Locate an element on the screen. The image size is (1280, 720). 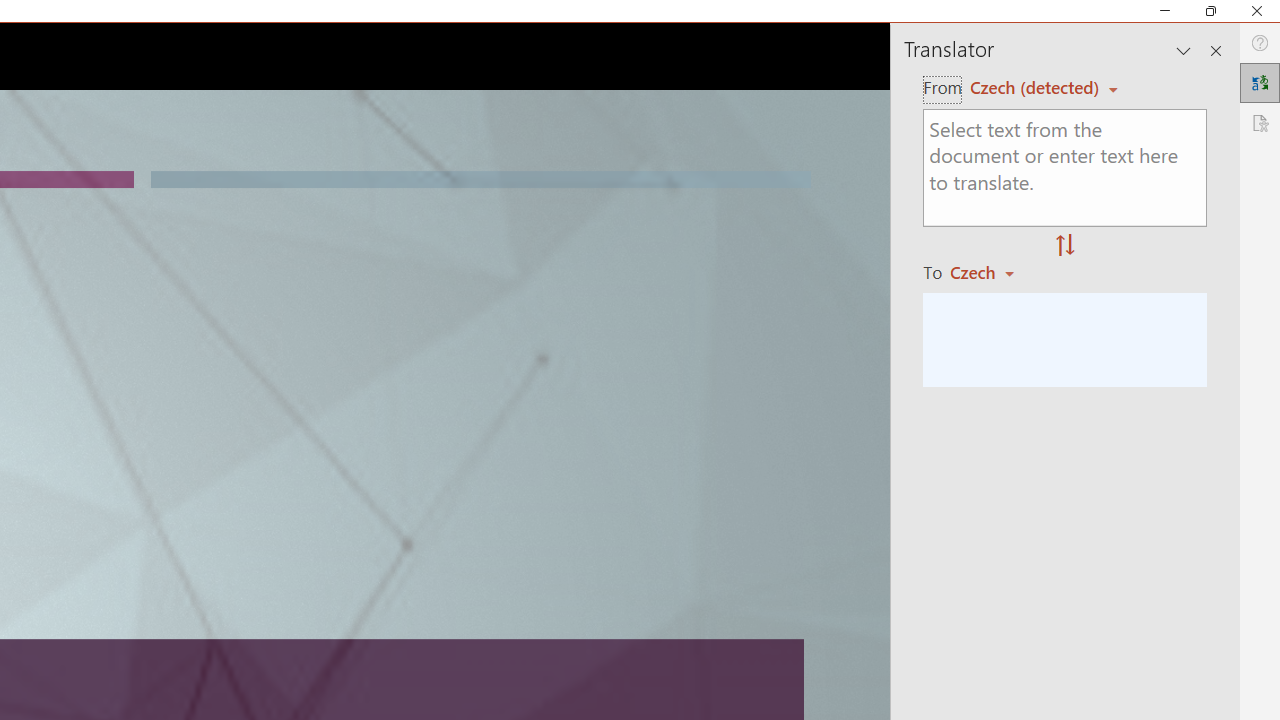
'Czech' is located at coordinates (991, 272).